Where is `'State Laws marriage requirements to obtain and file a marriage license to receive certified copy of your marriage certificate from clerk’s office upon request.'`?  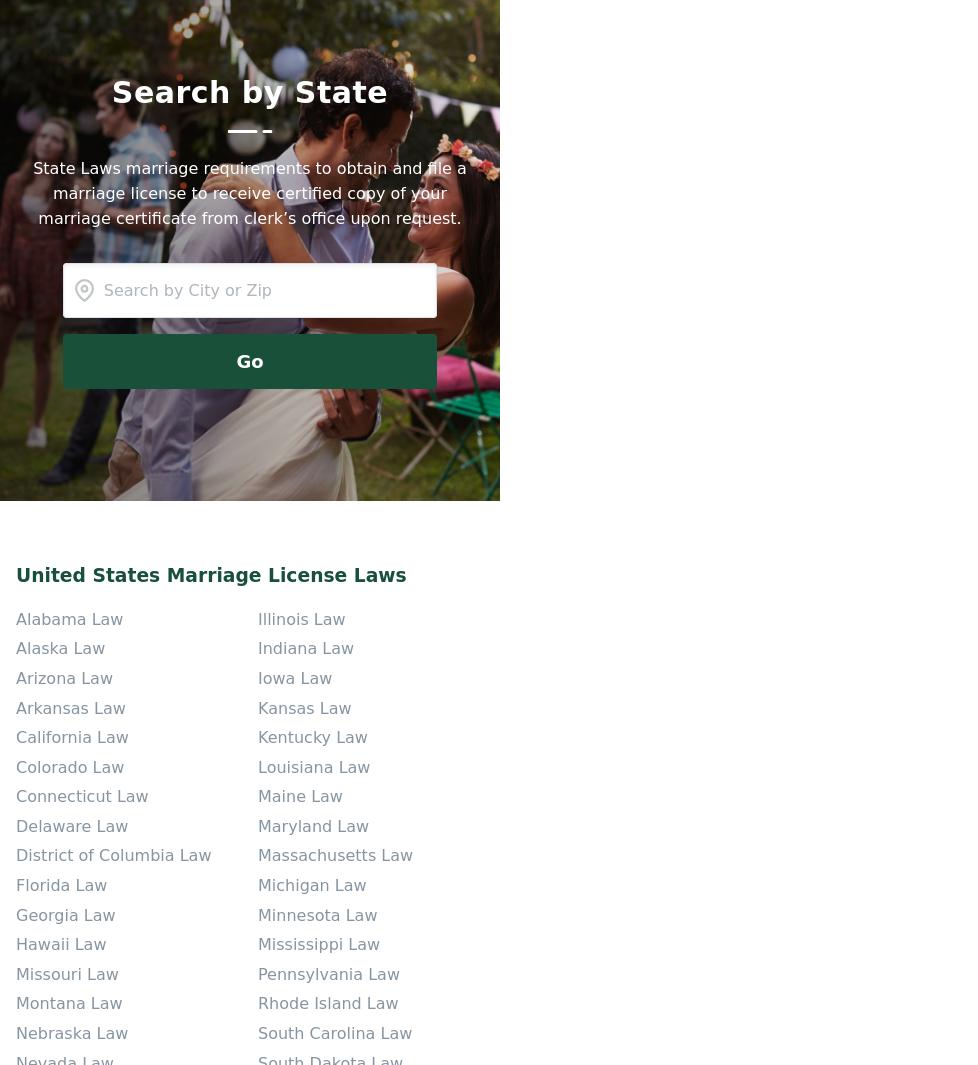
'State Laws marriage requirements to obtain and file a marriage license to receive certified copy of your marriage certificate from clerk’s office upon request.' is located at coordinates (248, 191).